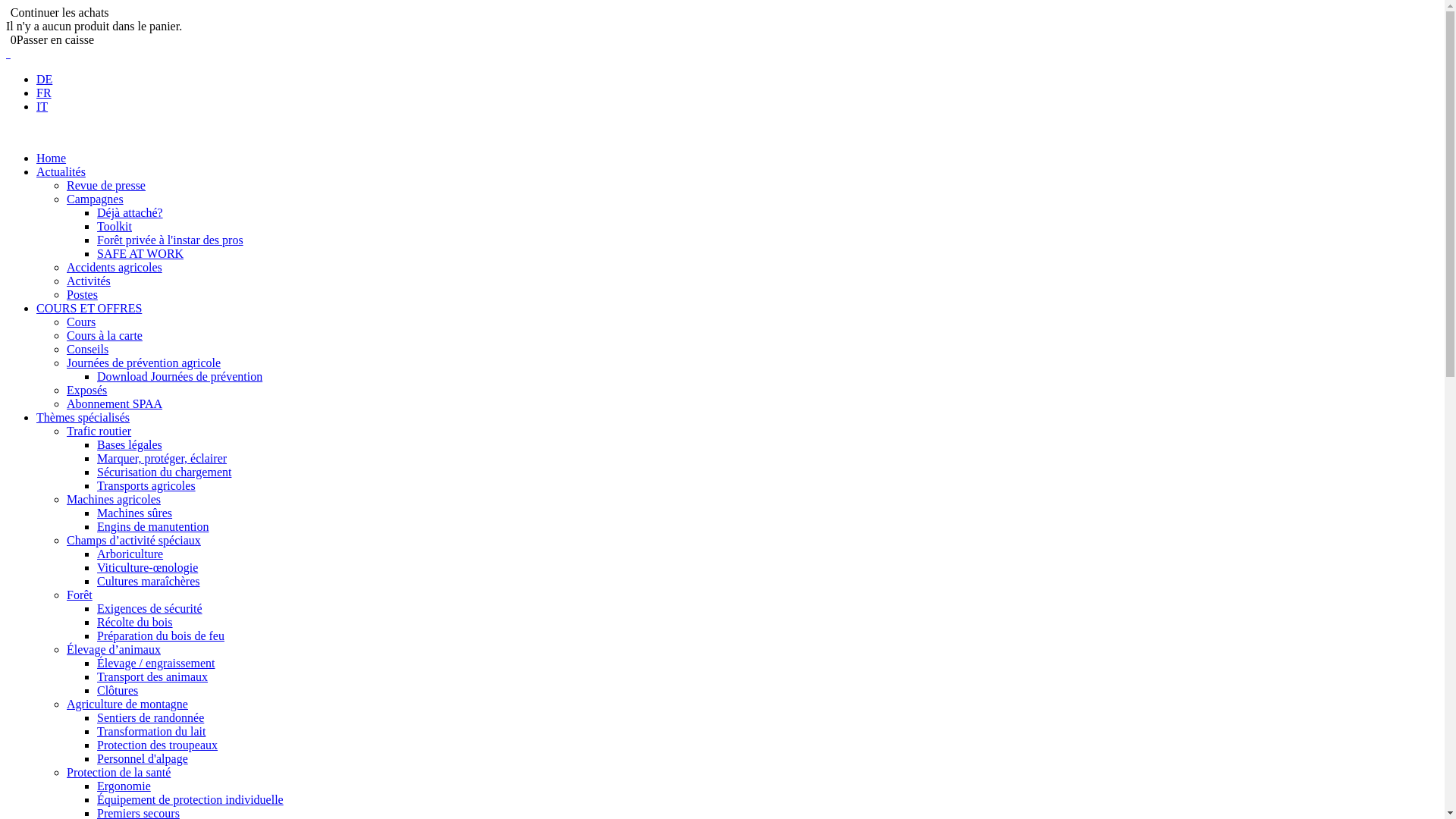  Describe the element at coordinates (151, 730) in the screenshot. I see `'Transformation du lait'` at that location.